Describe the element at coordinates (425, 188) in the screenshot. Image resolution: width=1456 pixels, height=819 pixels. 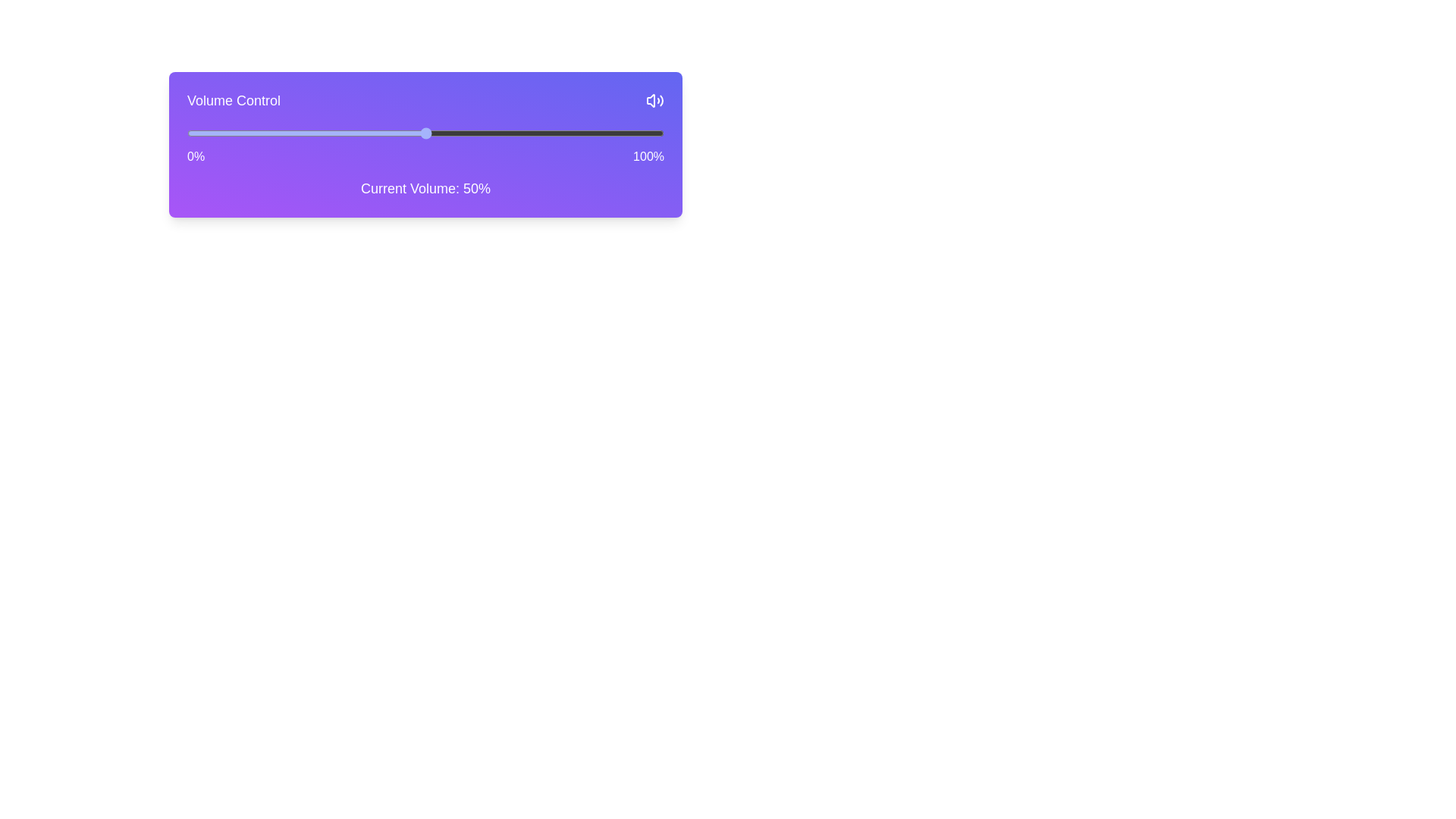
I see `the text label displaying 'Current Volume: 50%' which is centered at the bottom of the Volume Control widget, beneath the volume slider and percentage indicators` at that location.